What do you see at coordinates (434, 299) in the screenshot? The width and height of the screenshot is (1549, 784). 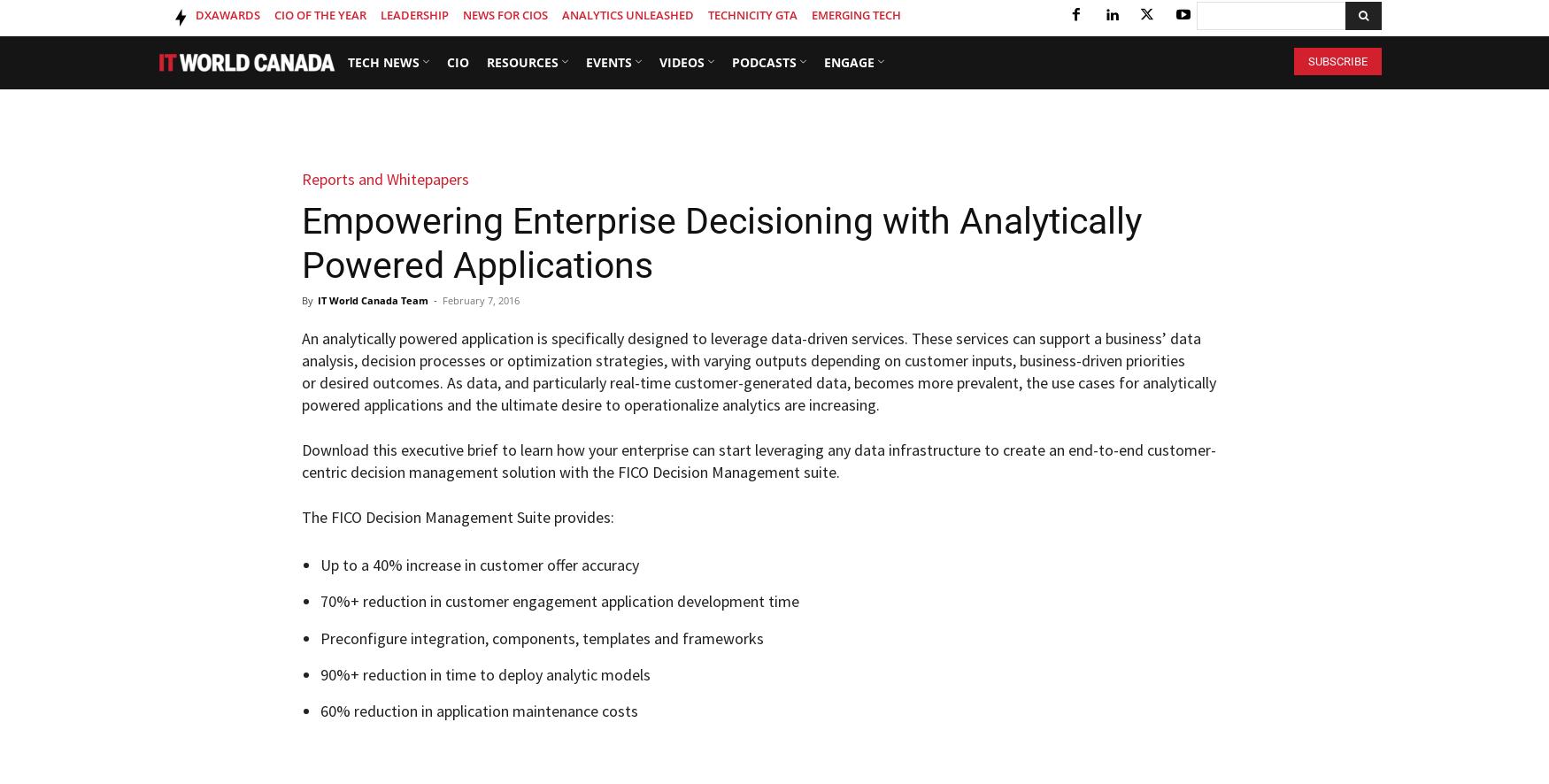 I see `'-'` at bounding box center [434, 299].